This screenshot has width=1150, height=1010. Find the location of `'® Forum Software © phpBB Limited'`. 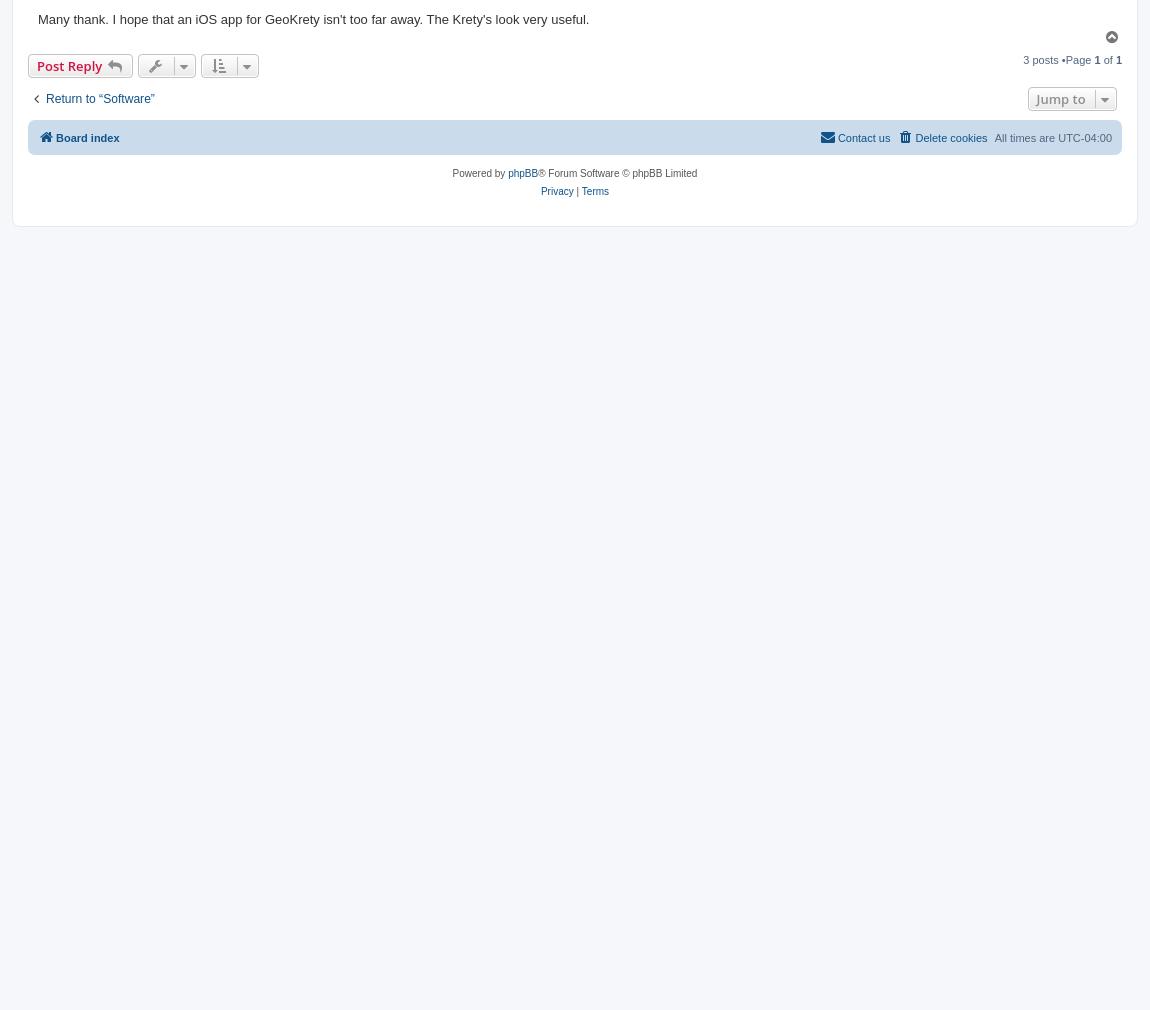

'® Forum Software © phpBB Limited' is located at coordinates (616, 172).